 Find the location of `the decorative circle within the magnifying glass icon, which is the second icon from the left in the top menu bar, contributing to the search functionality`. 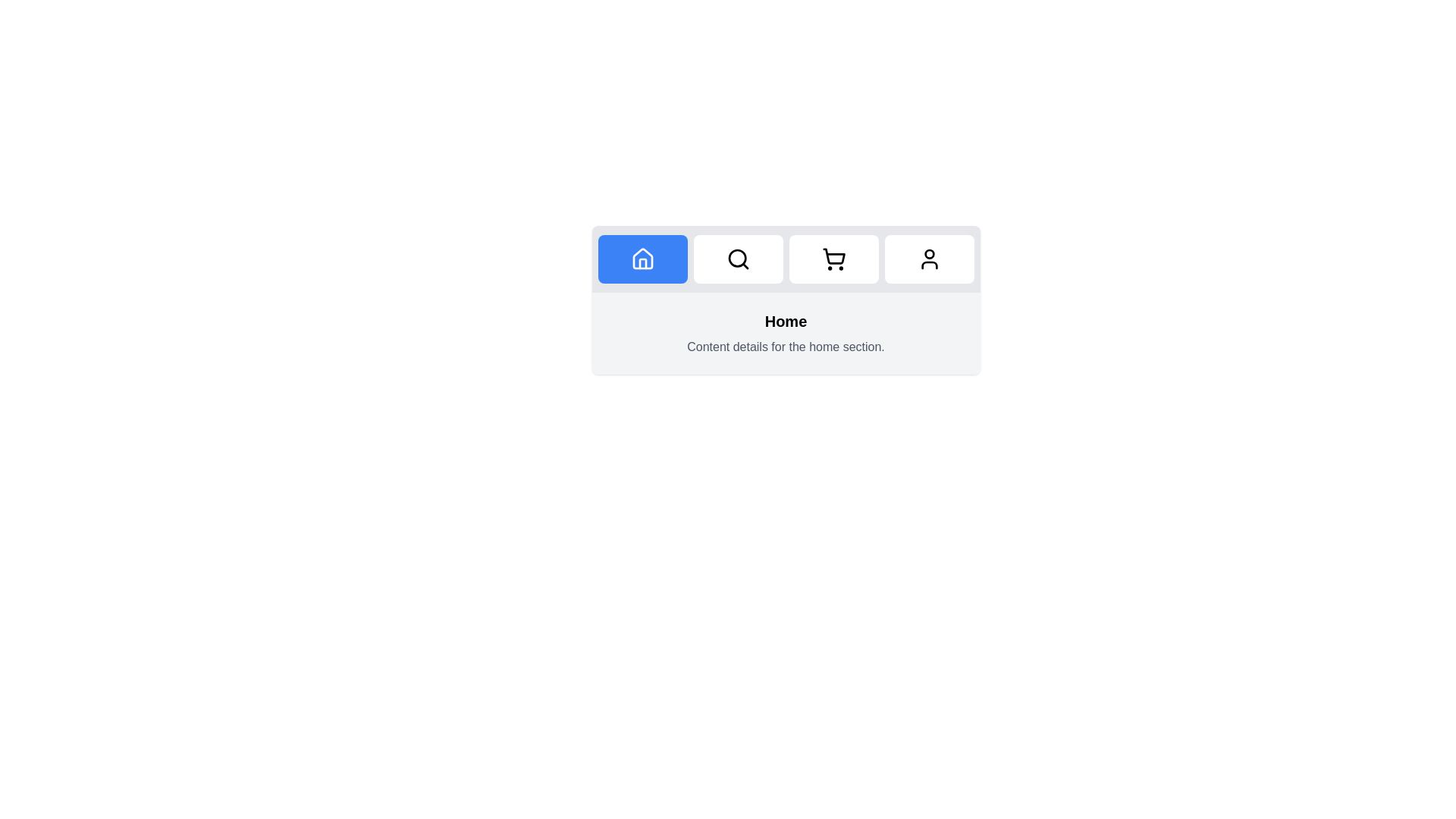

the decorative circle within the magnifying glass icon, which is the second icon from the left in the top menu bar, contributing to the search functionality is located at coordinates (737, 257).